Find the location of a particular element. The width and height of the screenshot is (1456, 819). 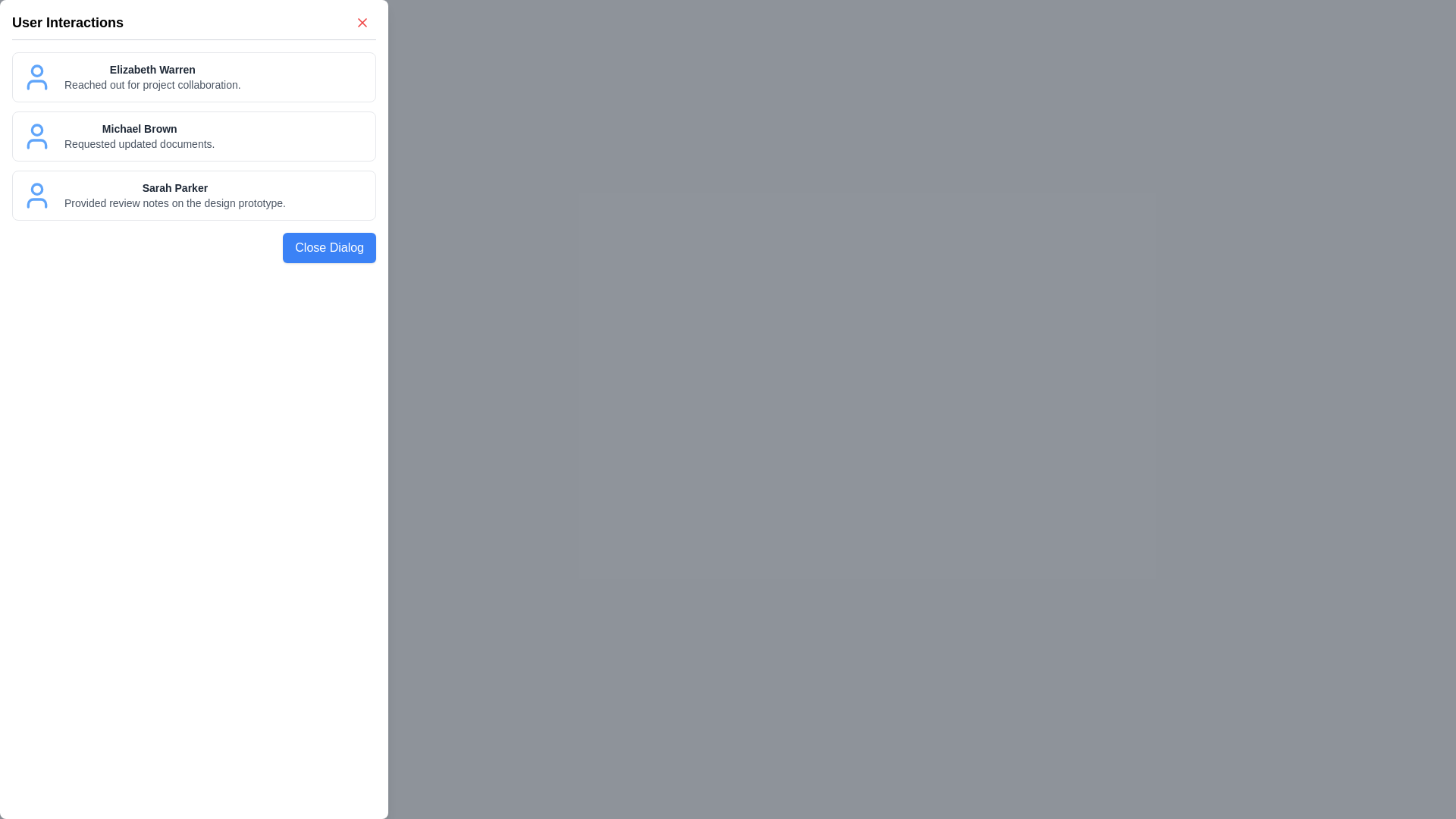

the 'Close Dialog' button to close the dialog is located at coordinates (328, 247).